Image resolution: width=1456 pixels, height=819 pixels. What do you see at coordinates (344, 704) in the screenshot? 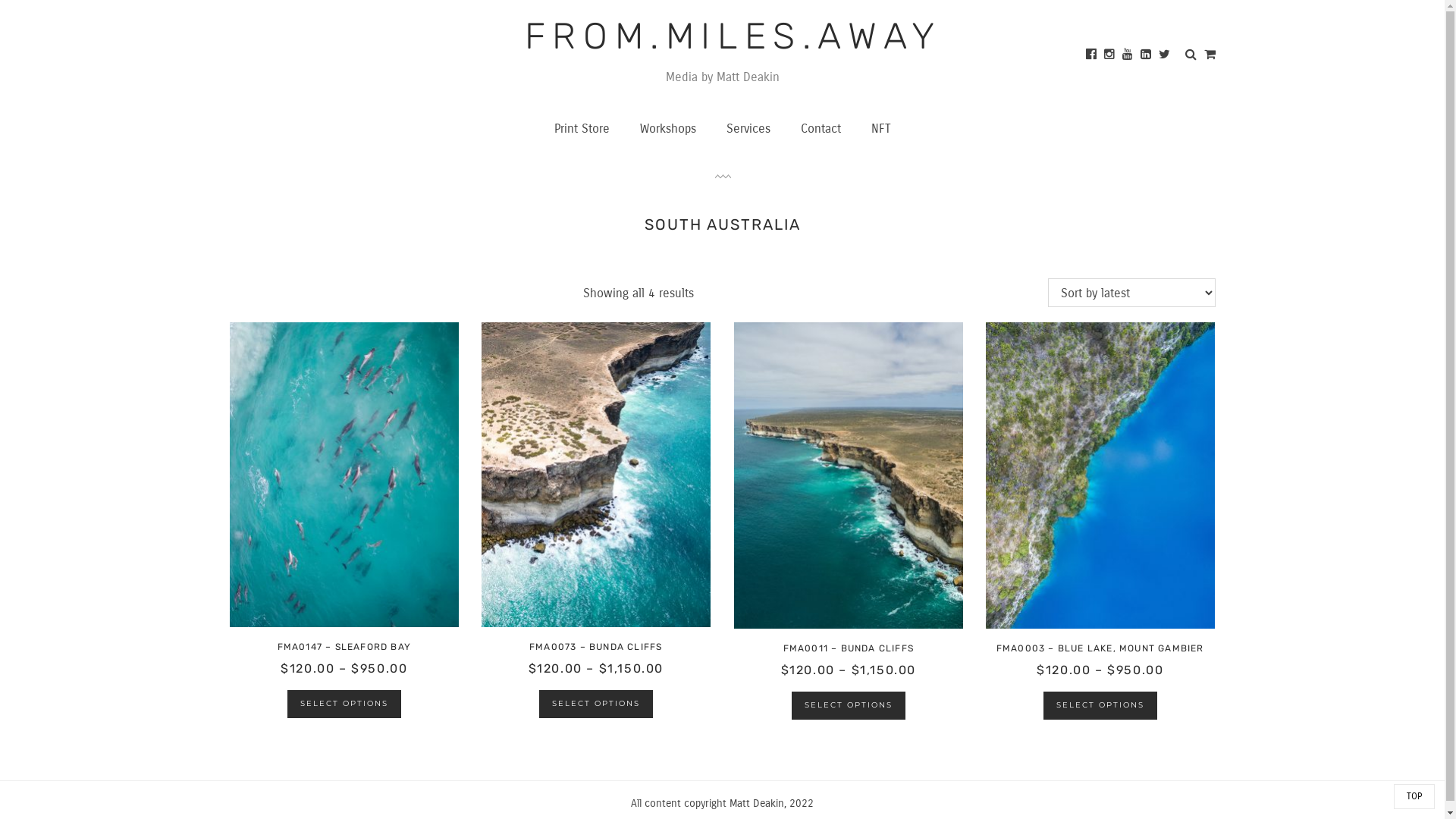
I see `'SELECT OPTIONS'` at bounding box center [344, 704].